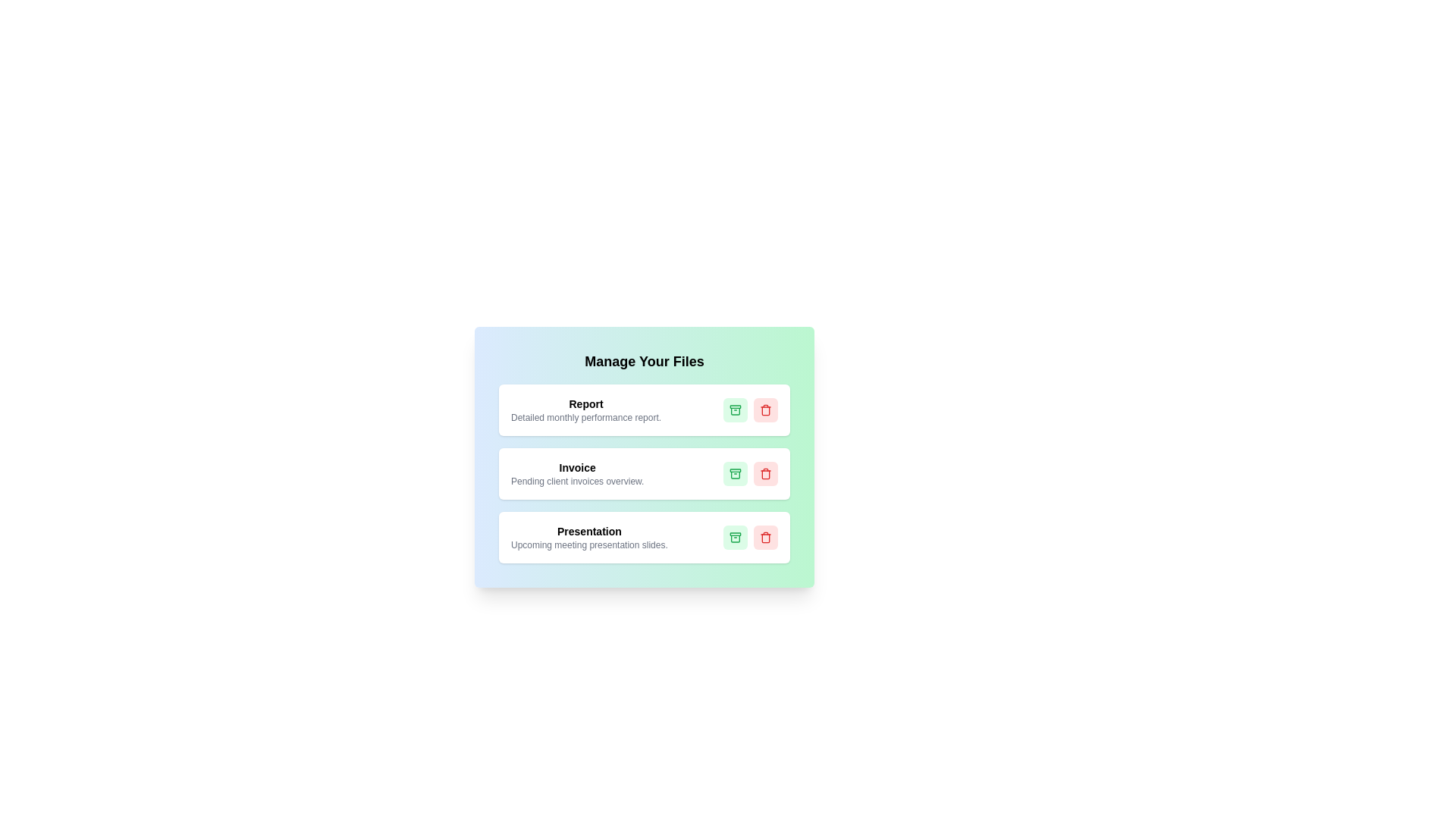 The image size is (1456, 819). What do you see at coordinates (644, 472) in the screenshot?
I see `the card titled Invoice to view its details` at bounding box center [644, 472].